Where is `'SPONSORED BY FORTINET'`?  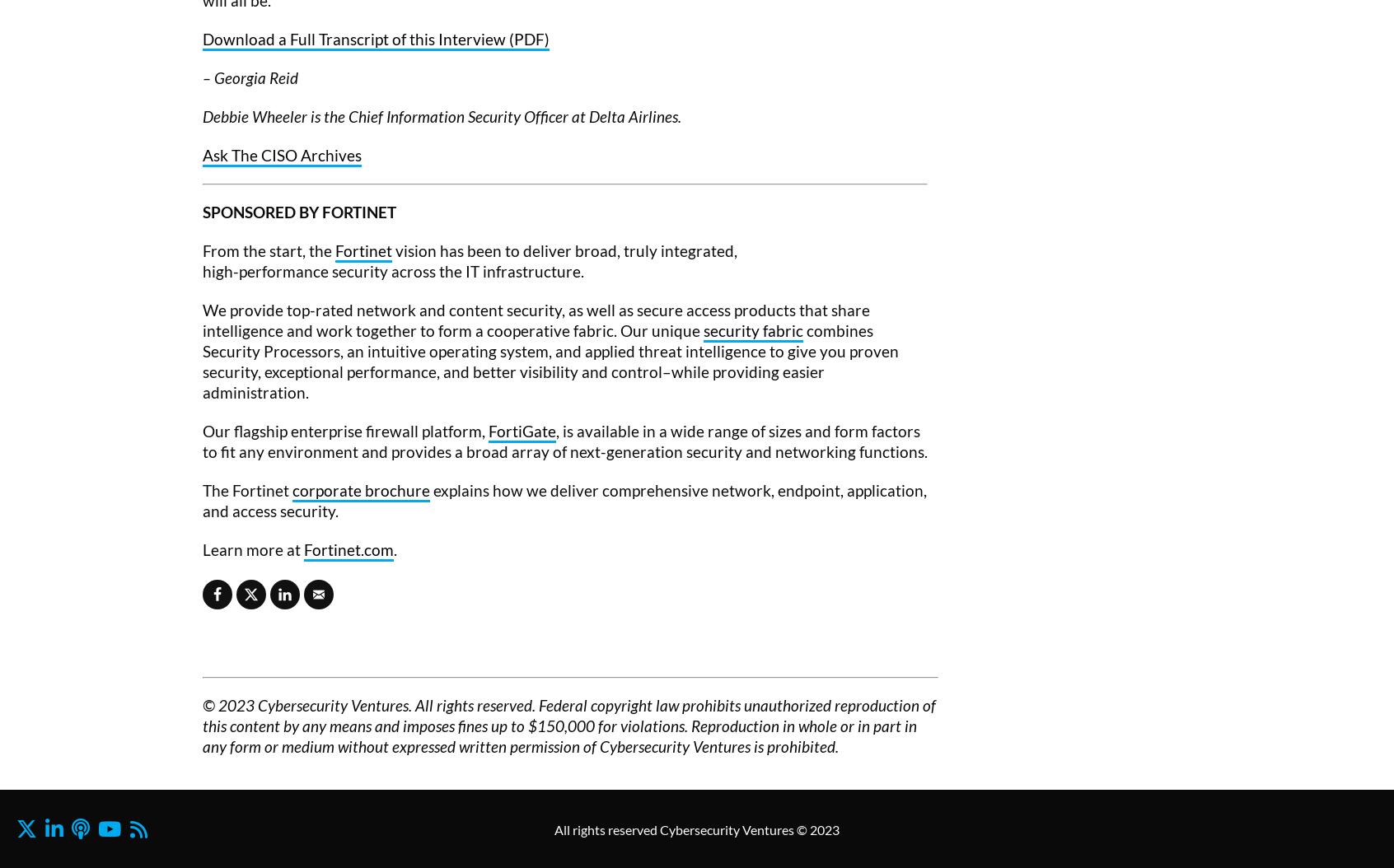
'SPONSORED BY FORTINET' is located at coordinates (299, 211).